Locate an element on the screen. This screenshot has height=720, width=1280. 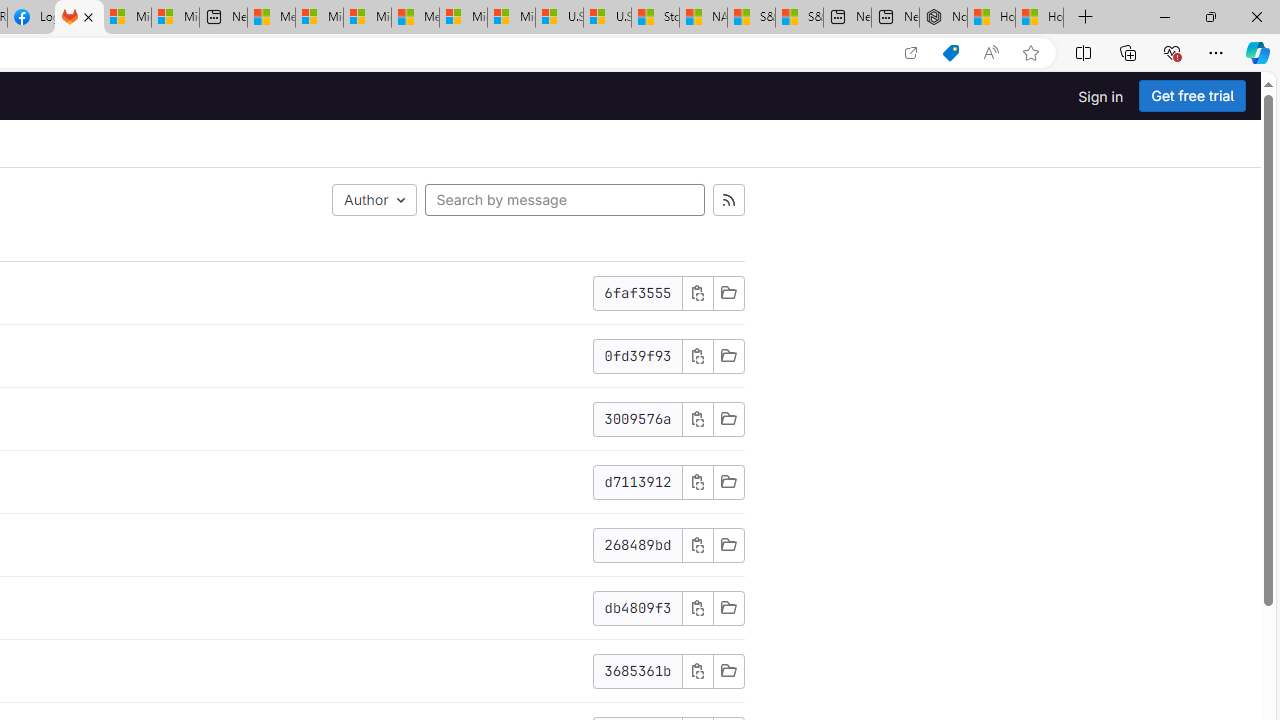
'Get free trial' is located at coordinates (1192, 96).